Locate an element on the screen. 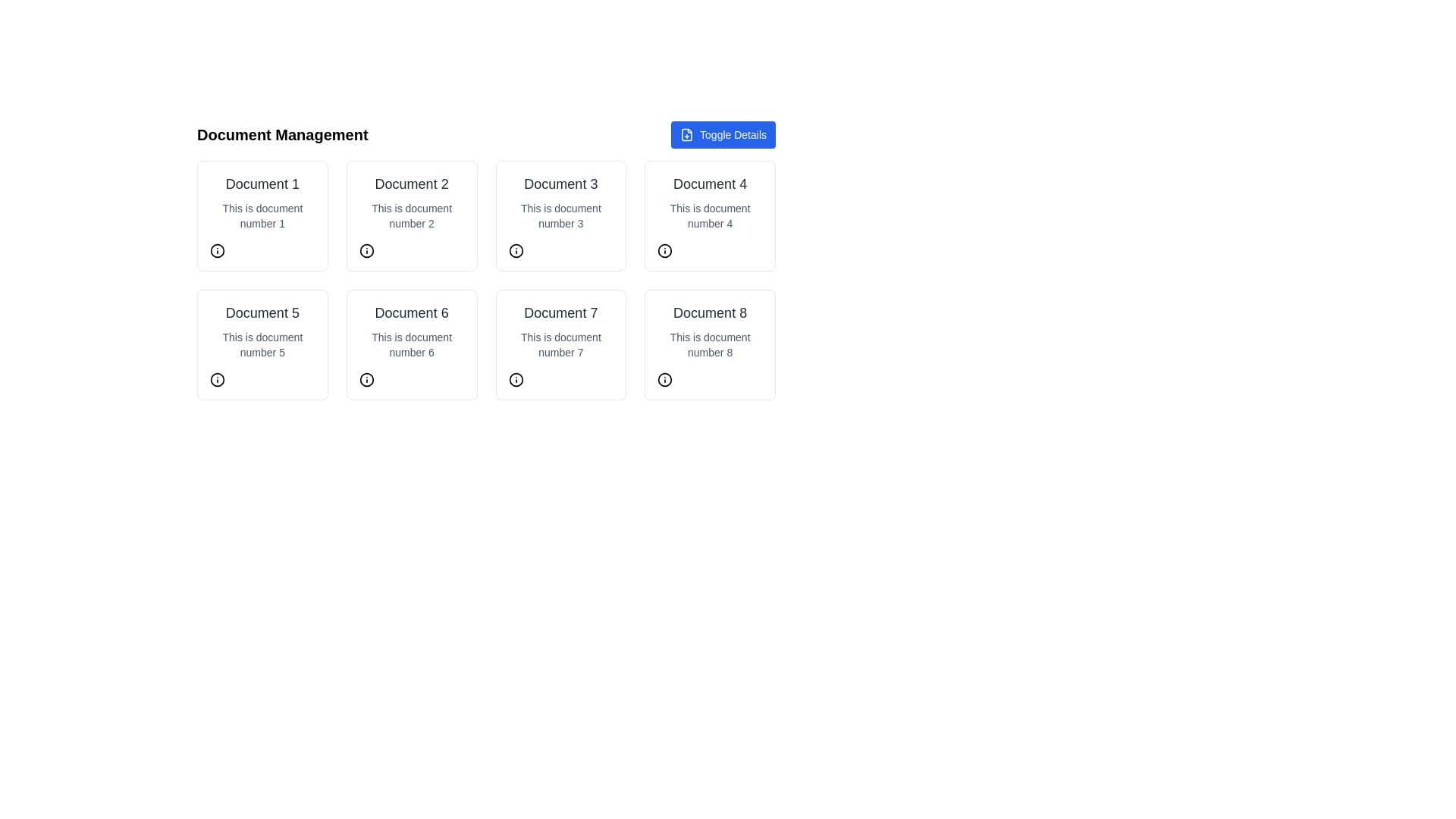  the circular icon with a black border and white inside located in the lower section of the 'Document 2' card is located at coordinates (366, 250).